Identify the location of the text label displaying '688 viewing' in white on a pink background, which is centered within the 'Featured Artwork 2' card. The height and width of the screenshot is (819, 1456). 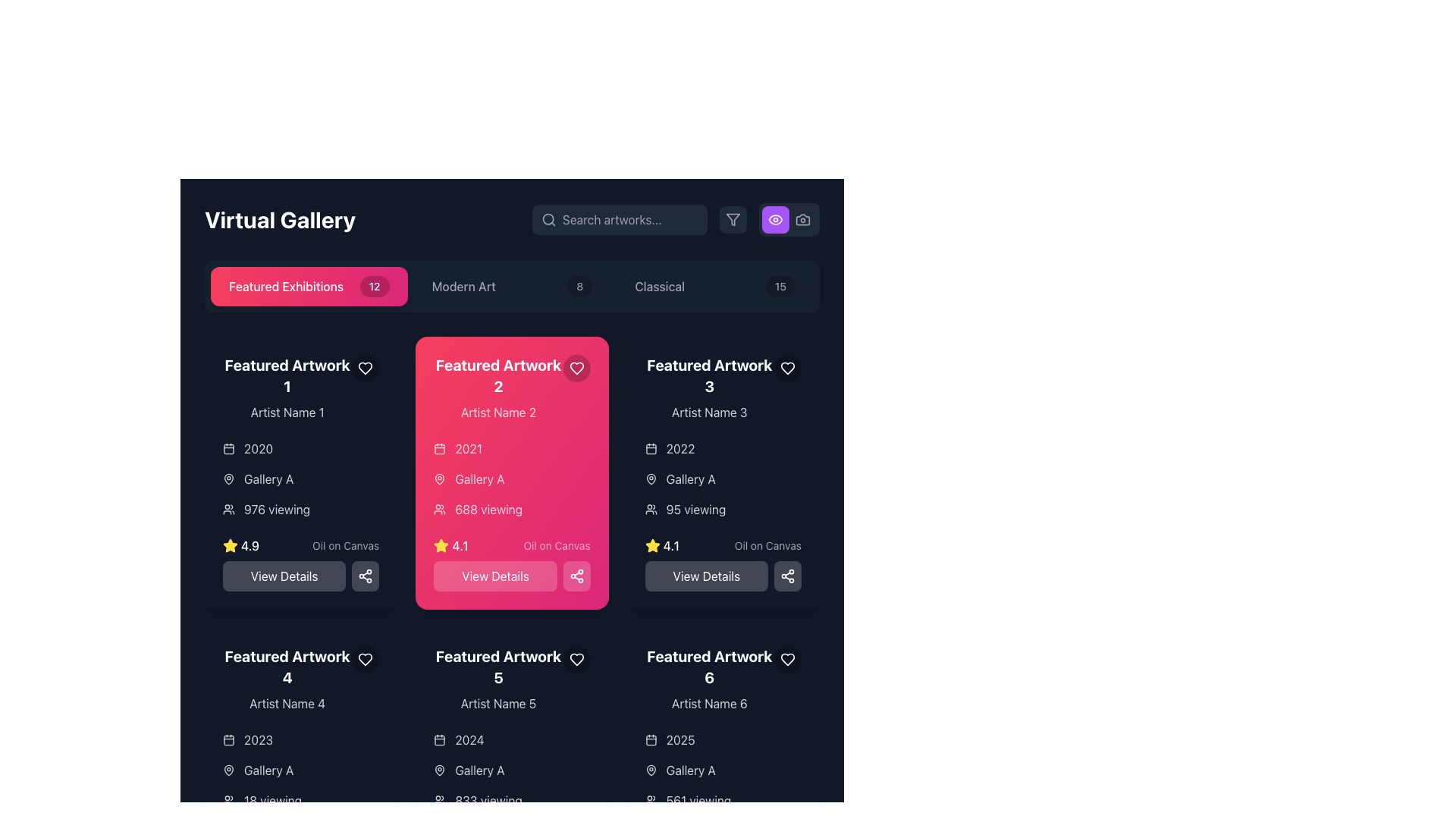
(488, 509).